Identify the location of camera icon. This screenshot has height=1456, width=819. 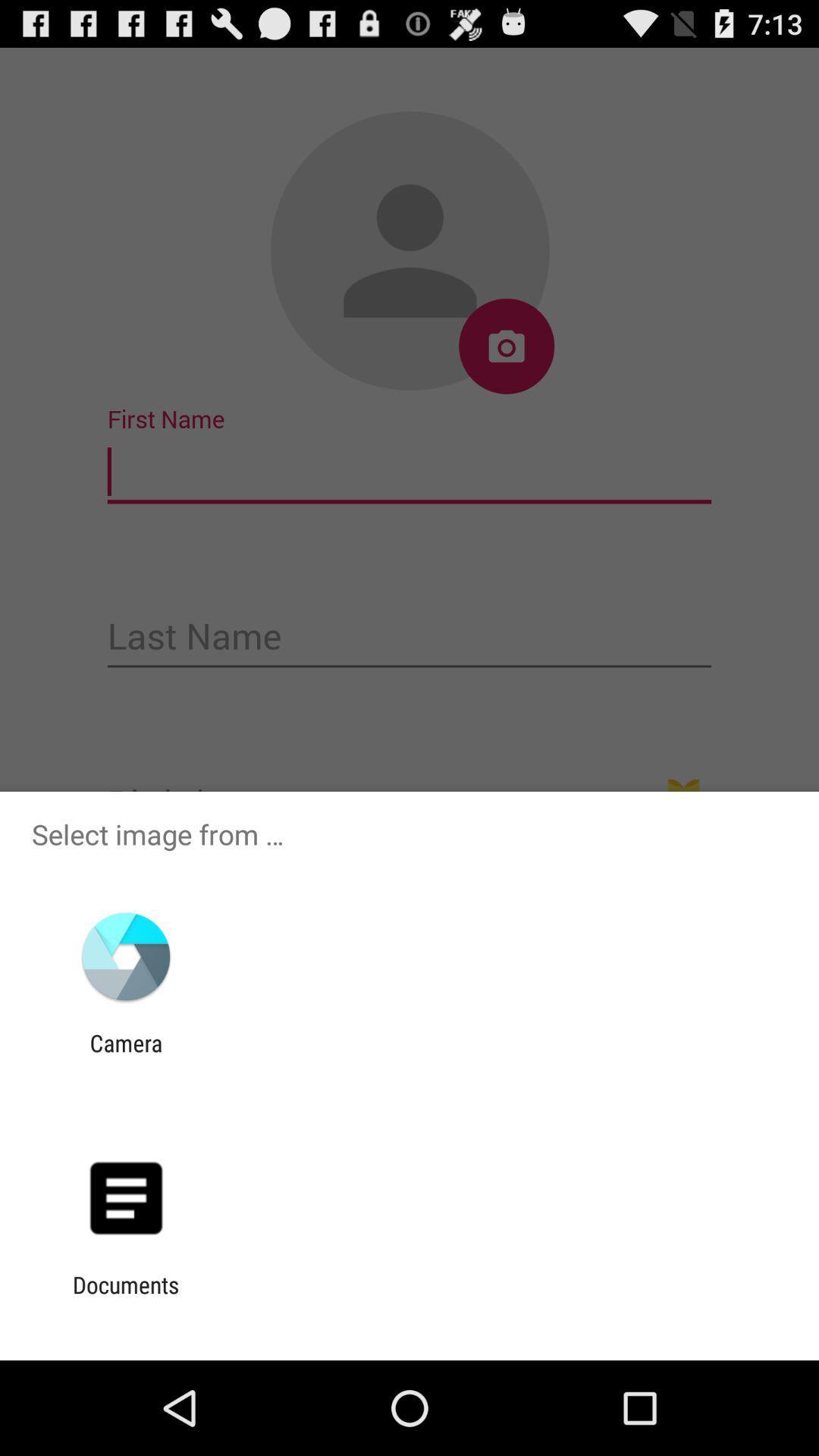
(125, 1056).